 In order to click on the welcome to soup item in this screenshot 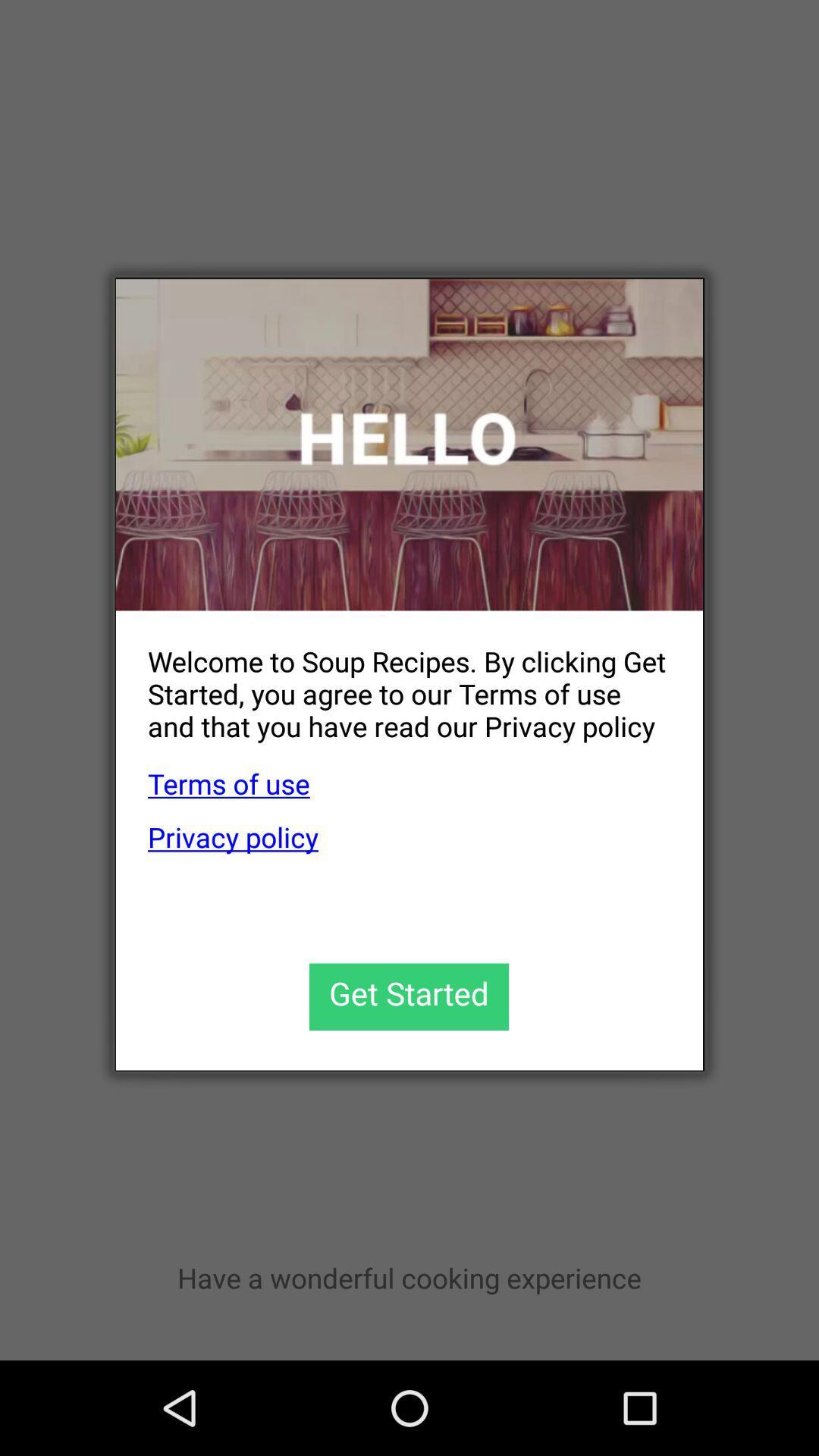, I will do `click(393, 681)`.